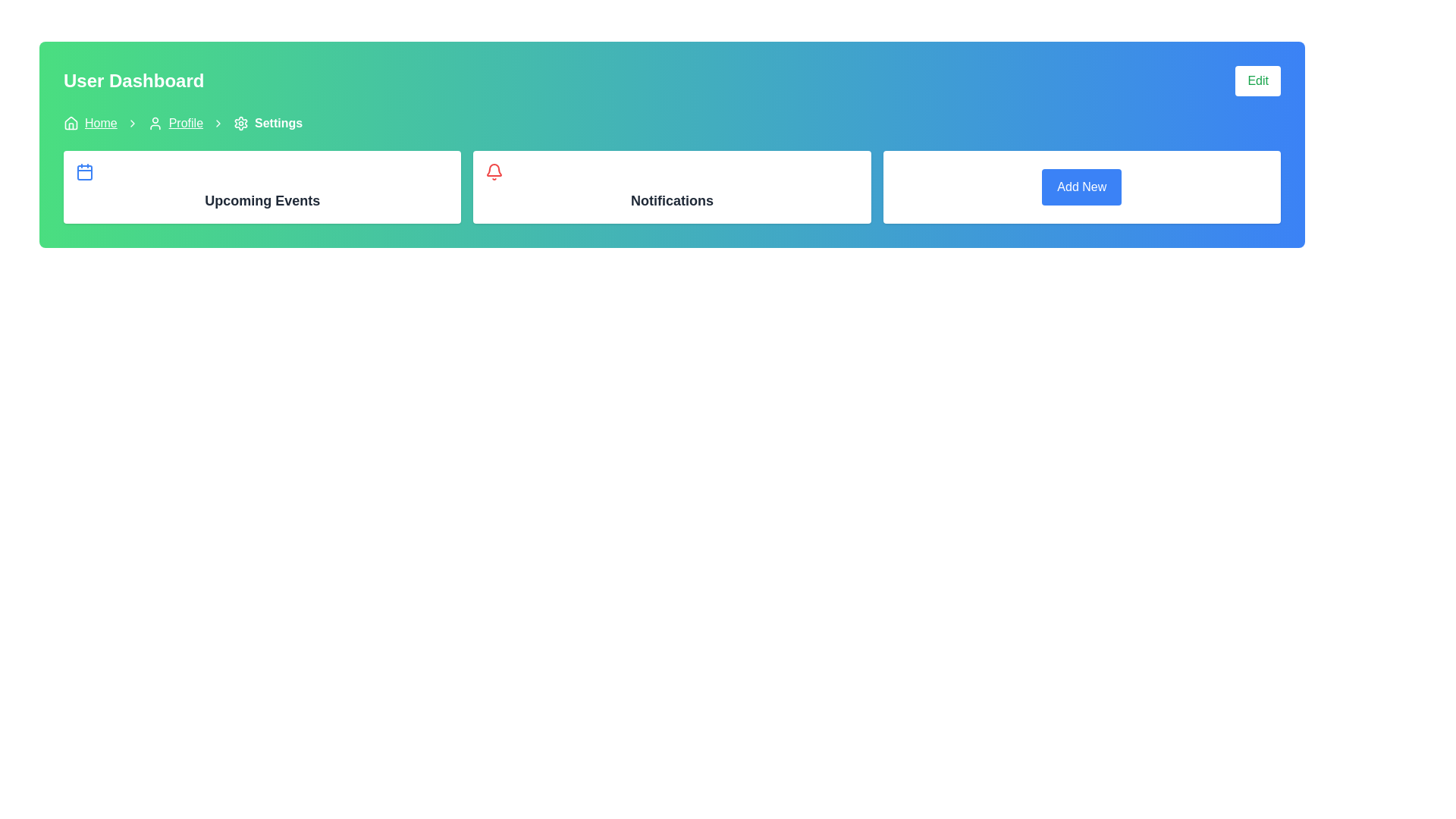  Describe the element at coordinates (175, 122) in the screenshot. I see `the interactive link for the Profile section, which is the second item` at that location.